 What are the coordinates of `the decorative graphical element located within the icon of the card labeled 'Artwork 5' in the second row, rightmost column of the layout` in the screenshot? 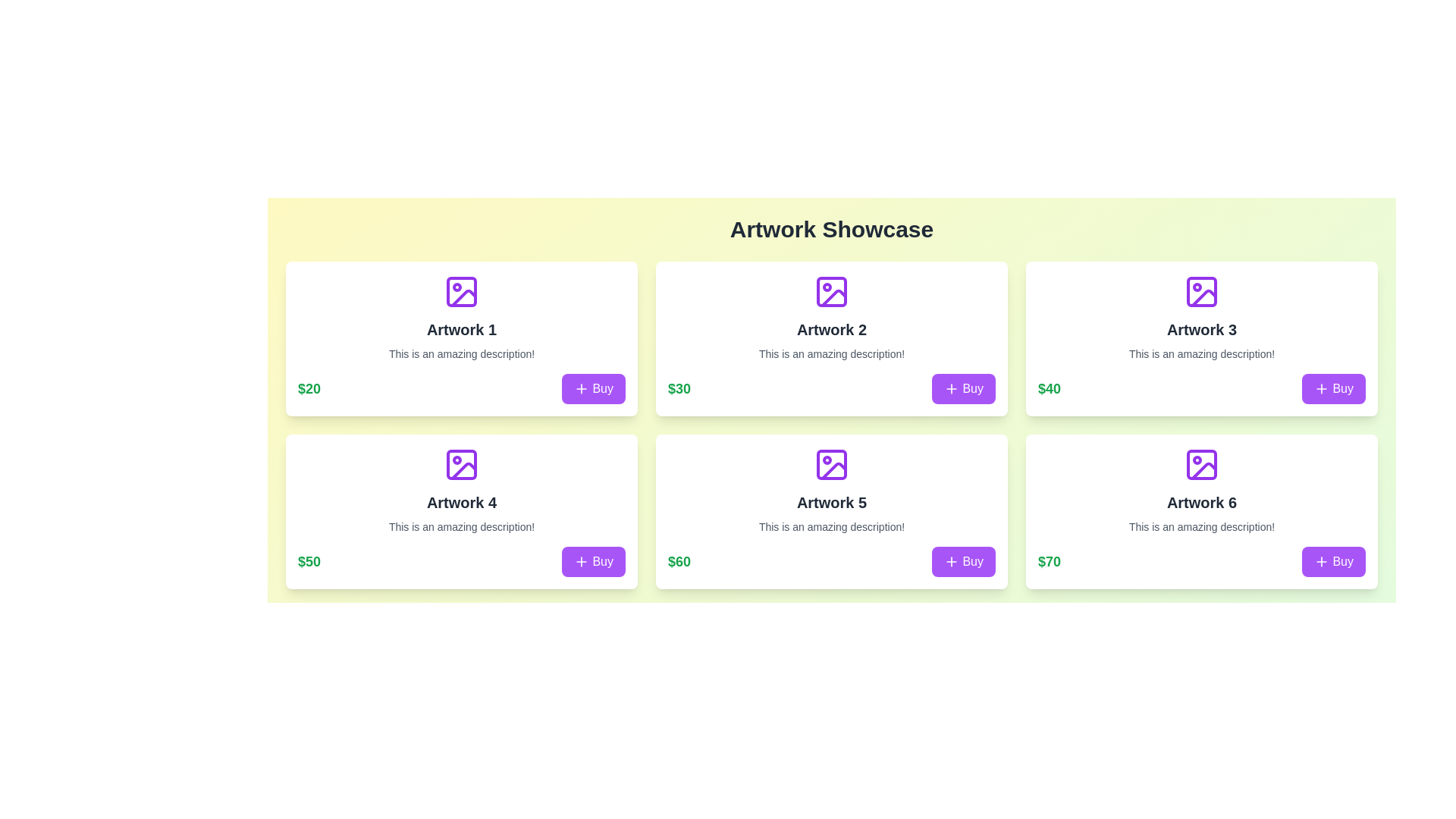 It's located at (831, 464).